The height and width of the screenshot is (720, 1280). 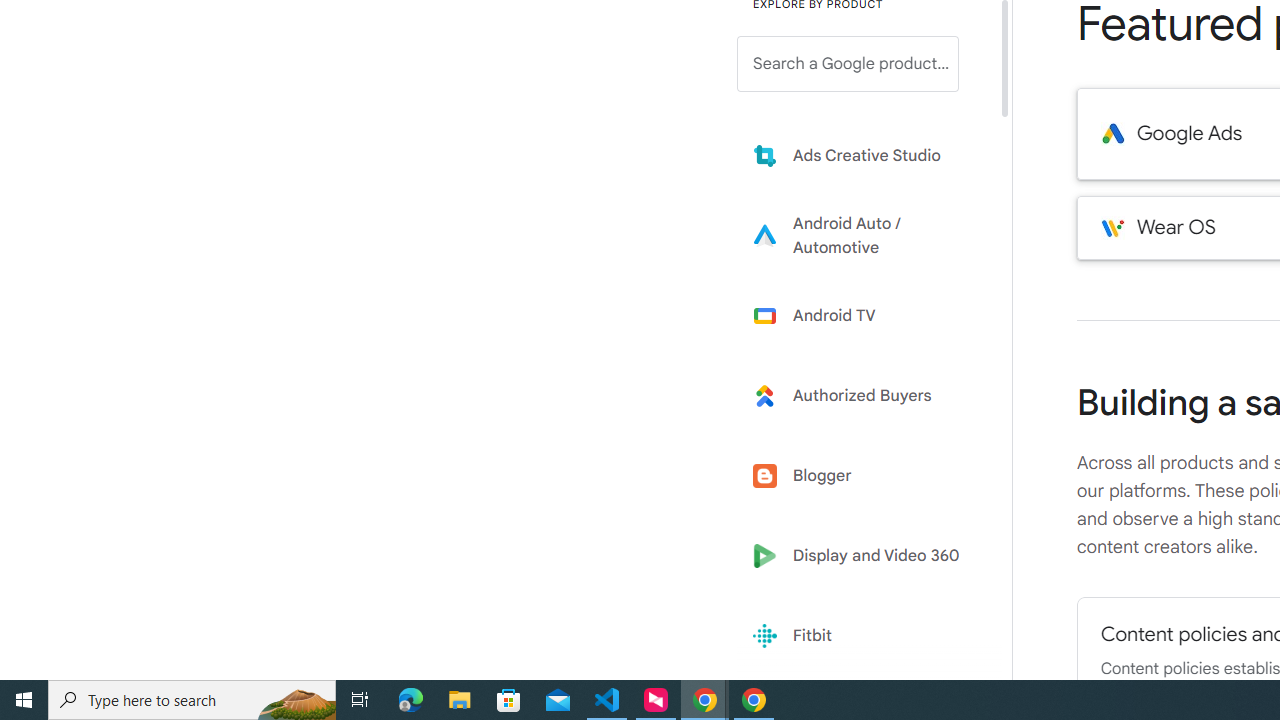 What do you see at coordinates (862, 636) in the screenshot?
I see `'Fitbit'` at bounding box center [862, 636].